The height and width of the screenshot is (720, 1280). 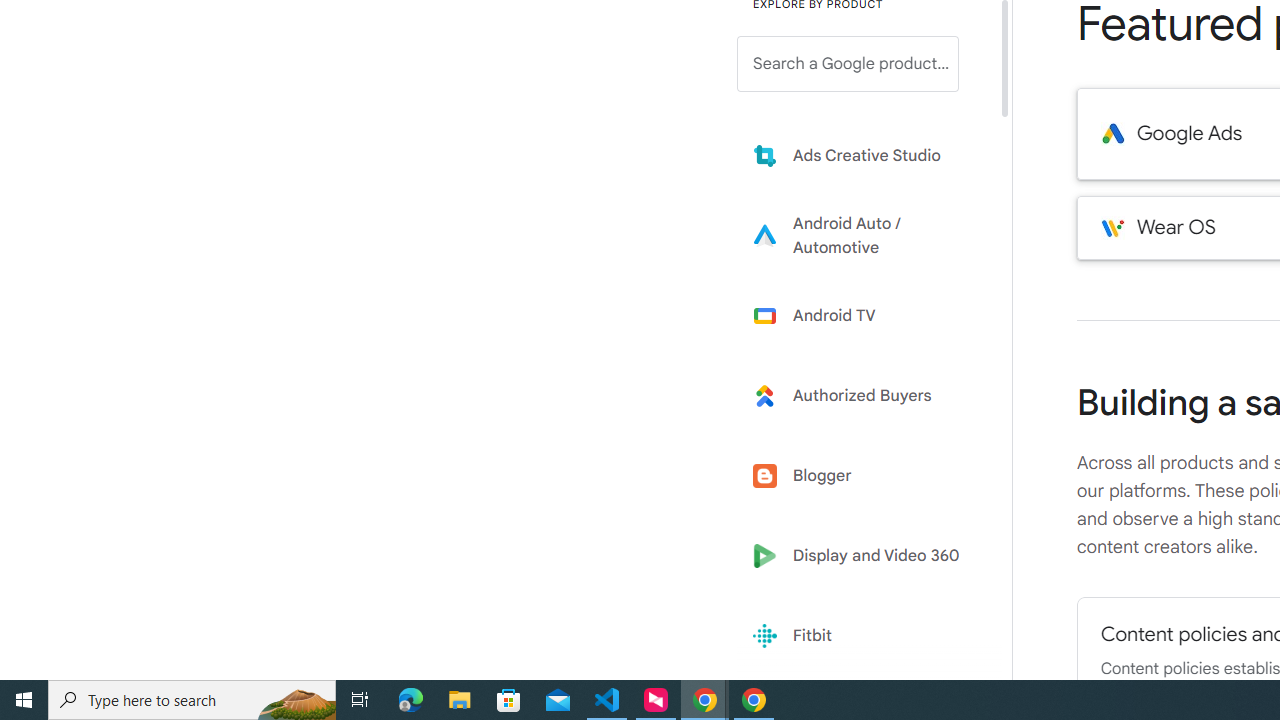 What do you see at coordinates (862, 636) in the screenshot?
I see `'Fitbit'` at bounding box center [862, 636].